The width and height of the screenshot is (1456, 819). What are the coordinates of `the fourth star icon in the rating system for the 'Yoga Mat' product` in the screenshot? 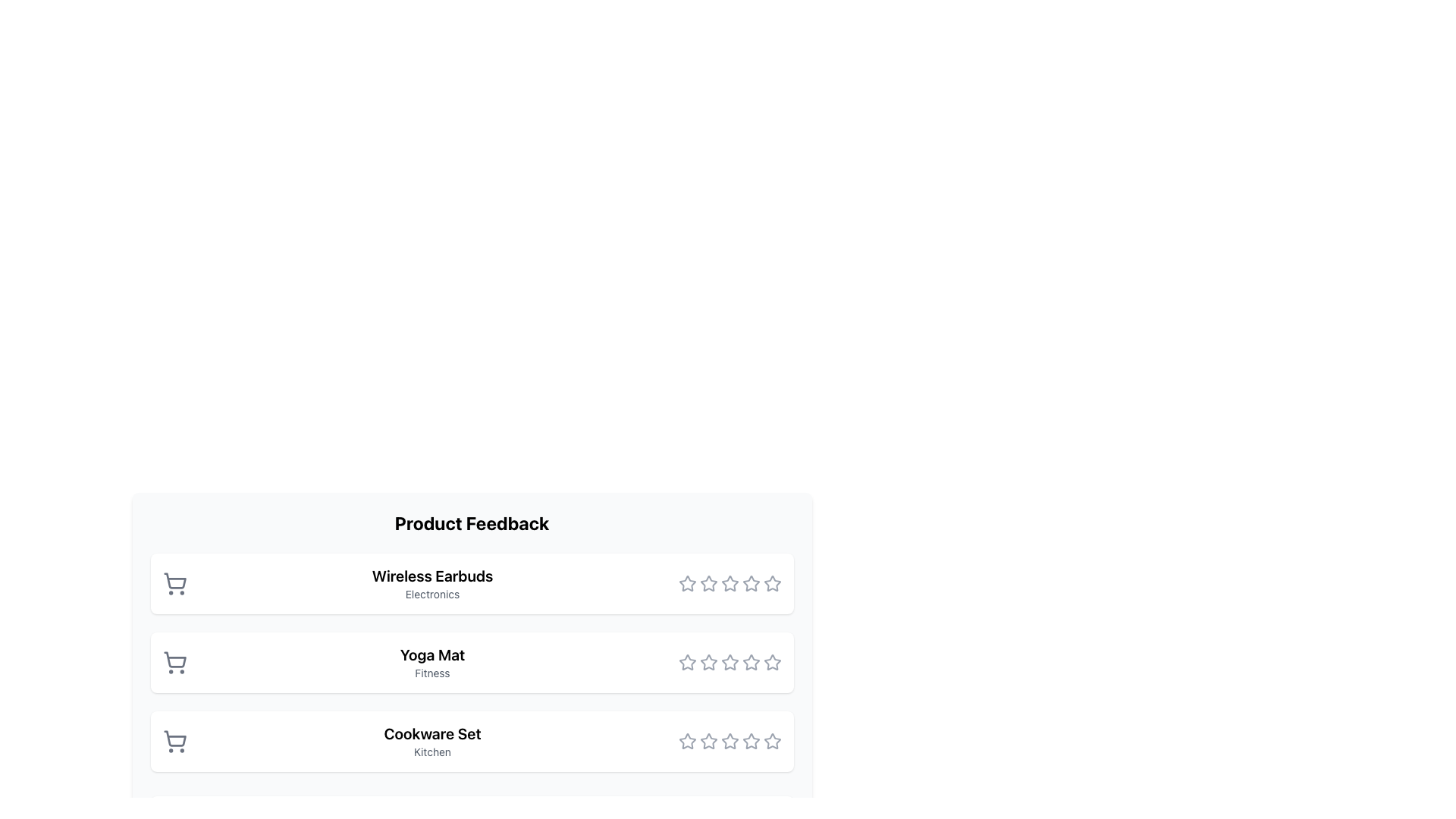 It's located at (730, 662).